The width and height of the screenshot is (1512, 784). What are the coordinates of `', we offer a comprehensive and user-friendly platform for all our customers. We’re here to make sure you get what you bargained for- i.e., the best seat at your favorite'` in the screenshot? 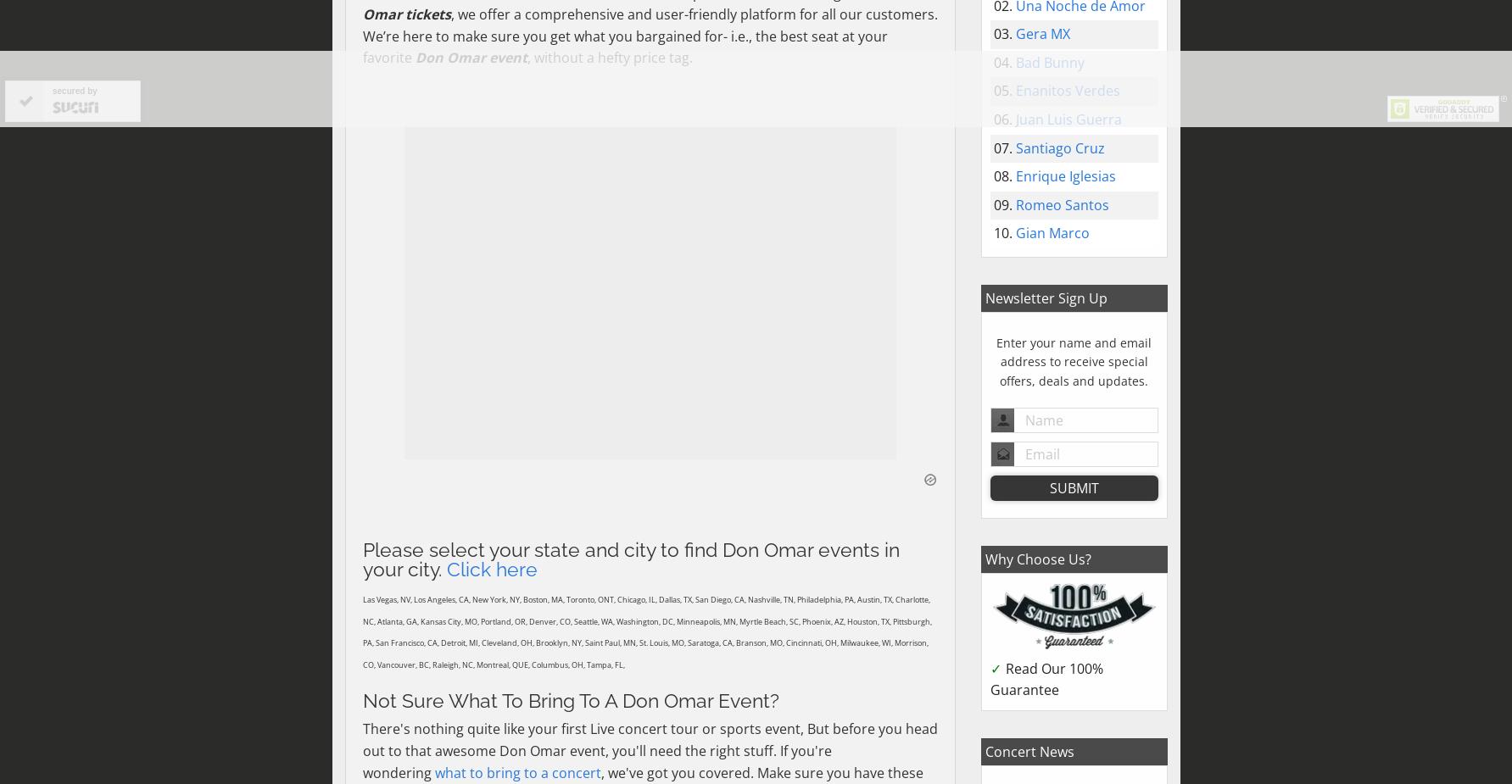 It's located at (648, 35).